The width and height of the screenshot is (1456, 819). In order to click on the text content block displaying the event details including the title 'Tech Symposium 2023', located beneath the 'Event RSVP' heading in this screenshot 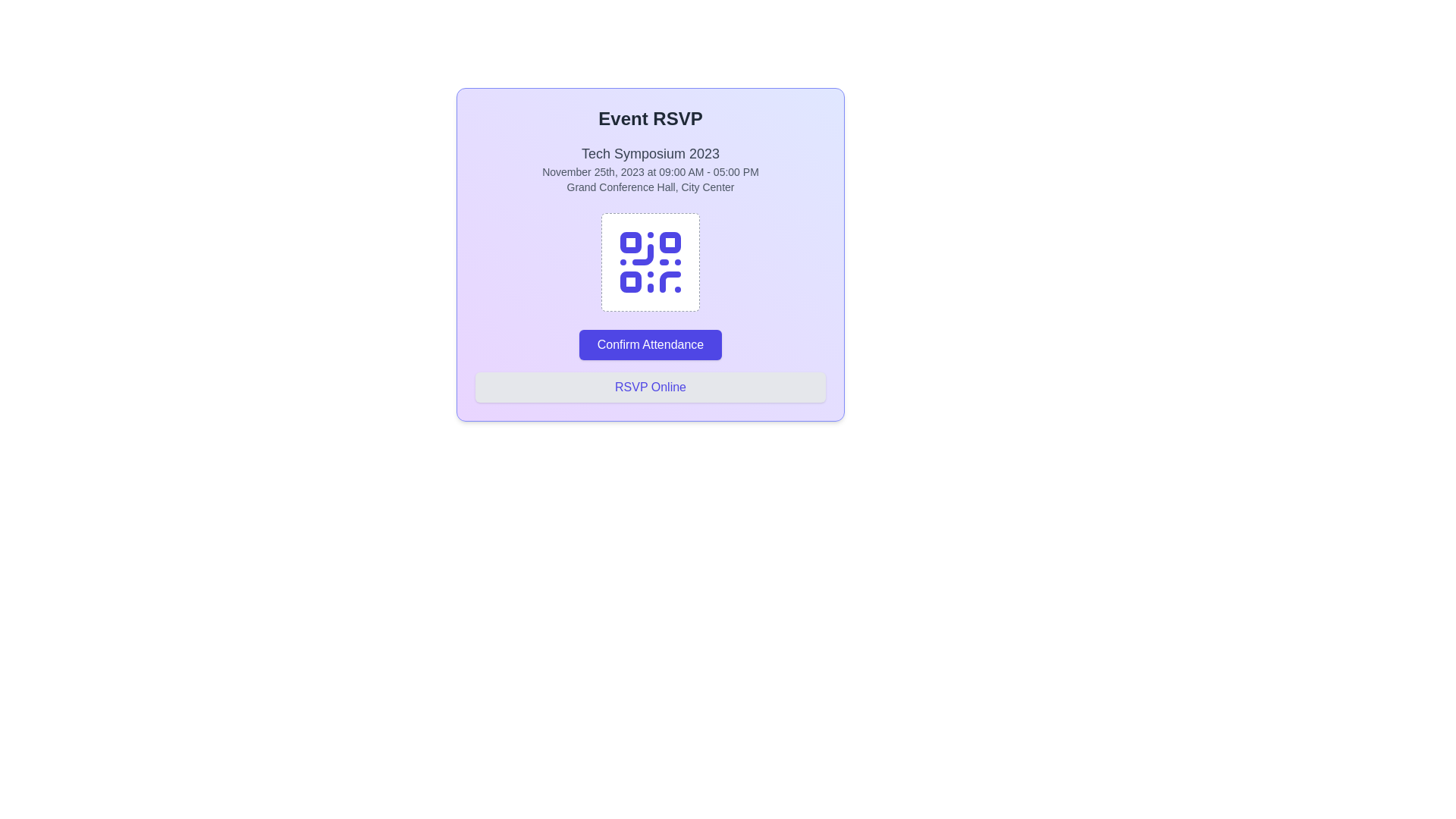, I will do `click(651, 169)`.